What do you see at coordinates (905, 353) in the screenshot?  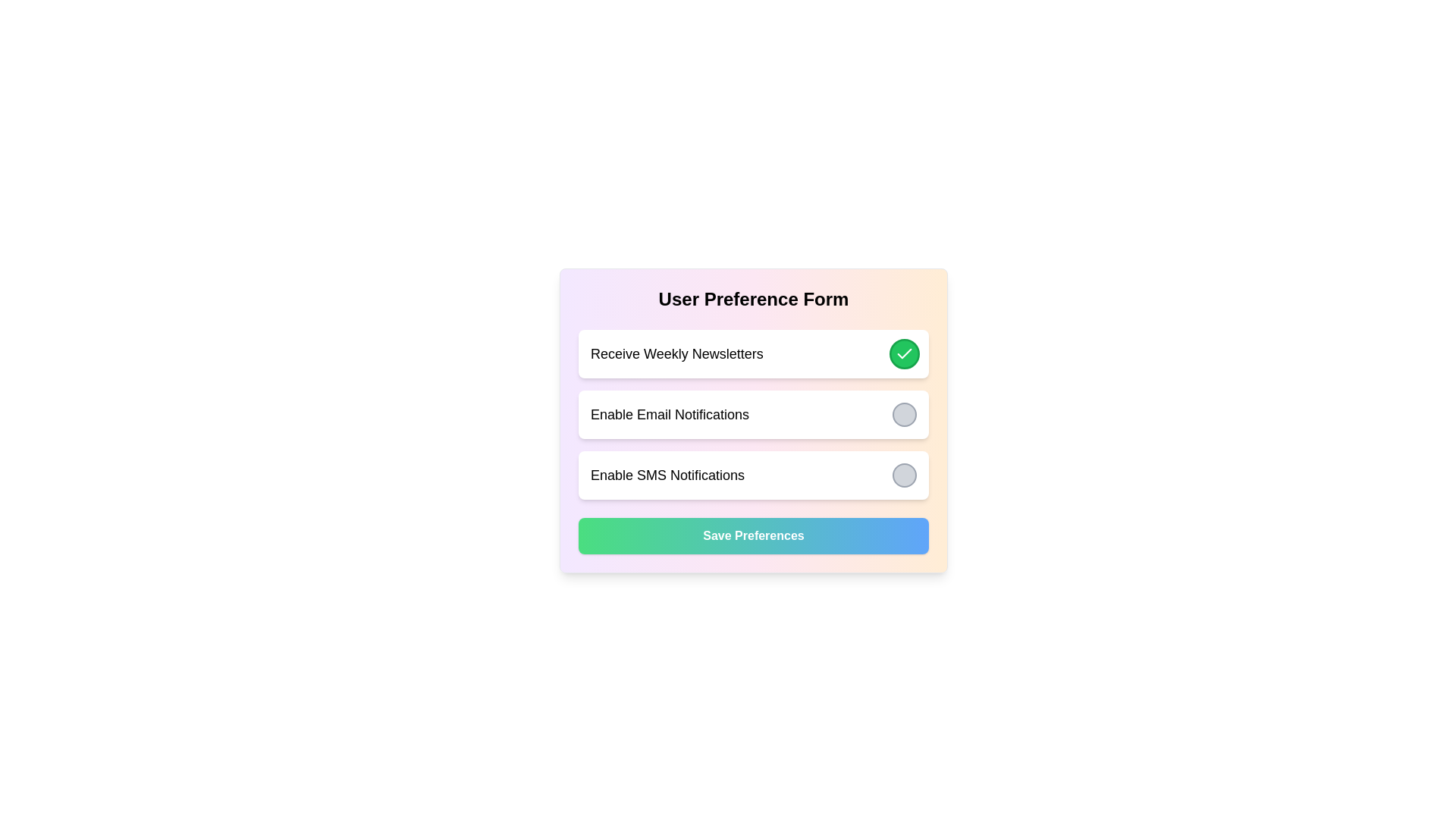 I see `the circular green toggle button with a white checkmark icon located to the right of the 'Receive Weekly Newsletters' option` at bounding box center [905, 353].